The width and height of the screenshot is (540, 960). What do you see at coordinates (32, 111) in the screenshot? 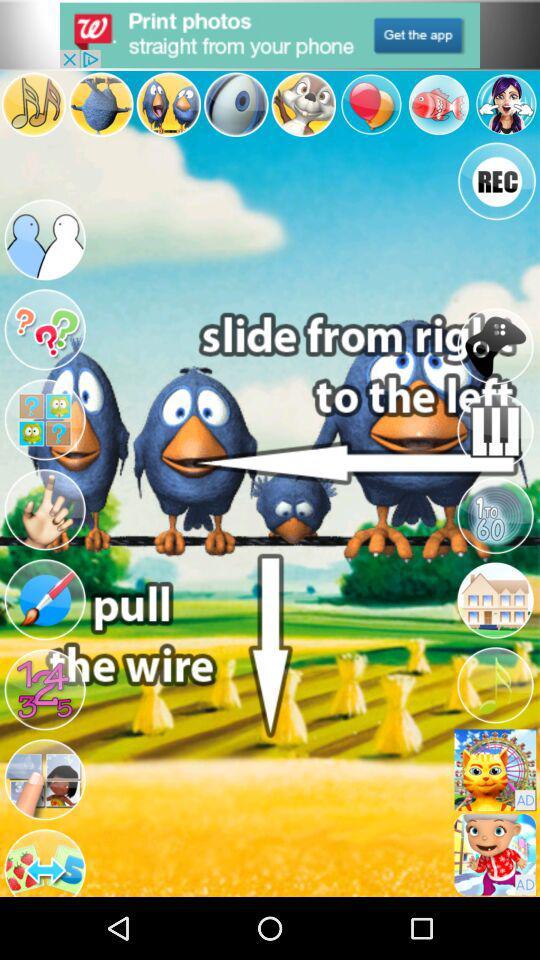
I see `the music icon` at bounding box center [32, 111].